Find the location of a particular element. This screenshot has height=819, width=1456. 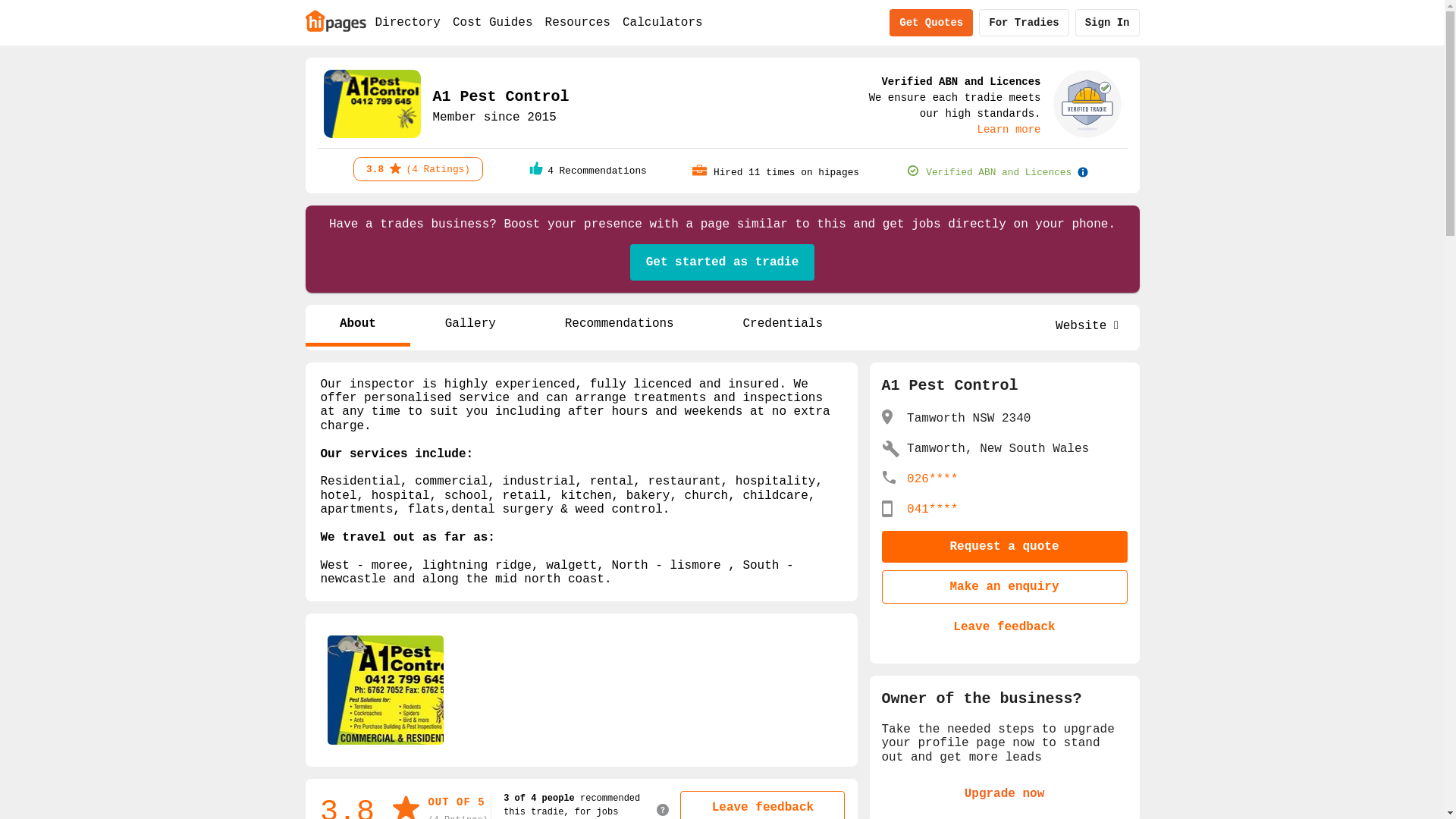

'About' is located at coordinates (356, 325).